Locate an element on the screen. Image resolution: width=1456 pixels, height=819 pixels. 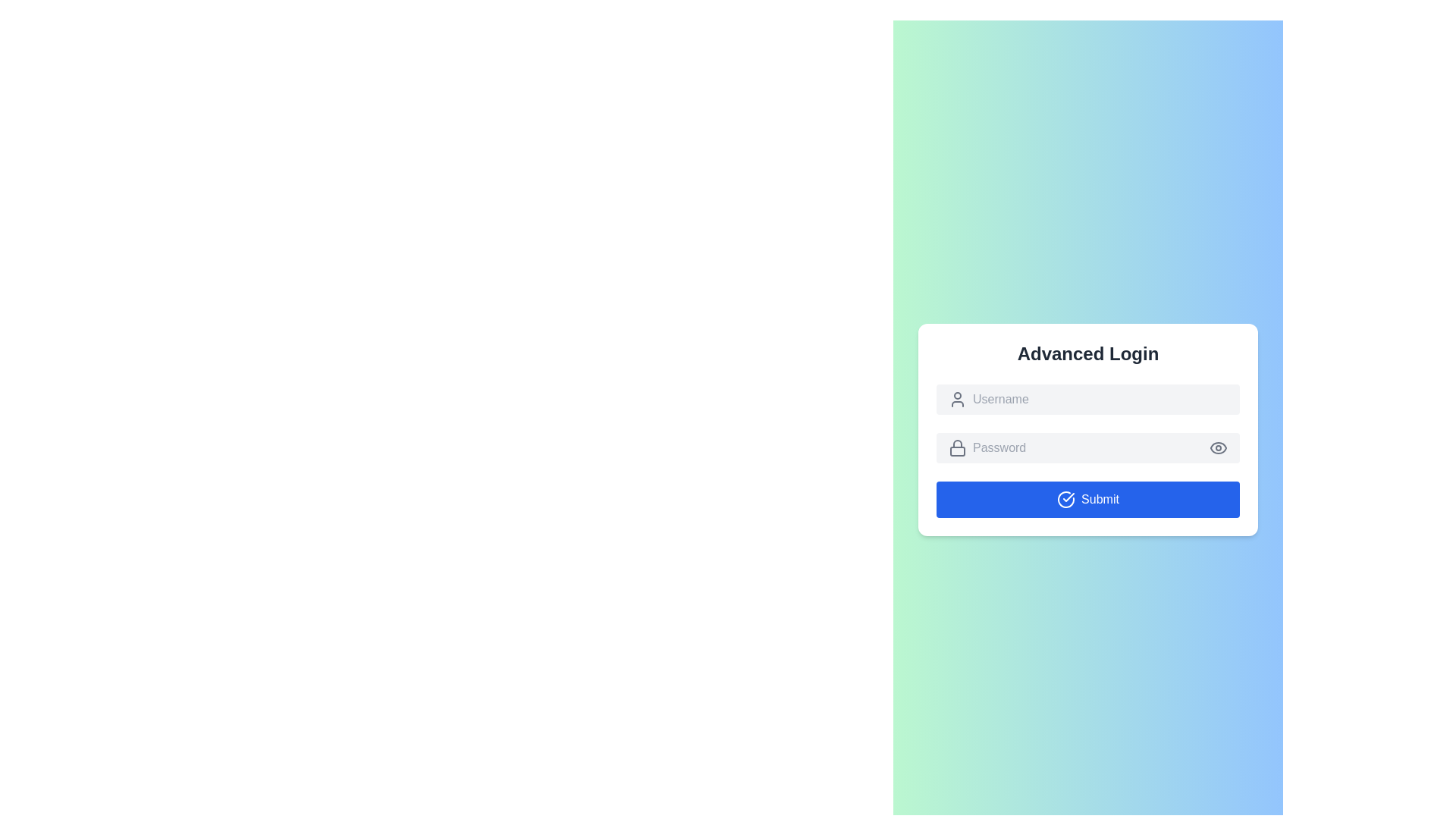
the user silhouette icon located to the left of the 'Username' input field in the login form is located at coordinates (956, 399).